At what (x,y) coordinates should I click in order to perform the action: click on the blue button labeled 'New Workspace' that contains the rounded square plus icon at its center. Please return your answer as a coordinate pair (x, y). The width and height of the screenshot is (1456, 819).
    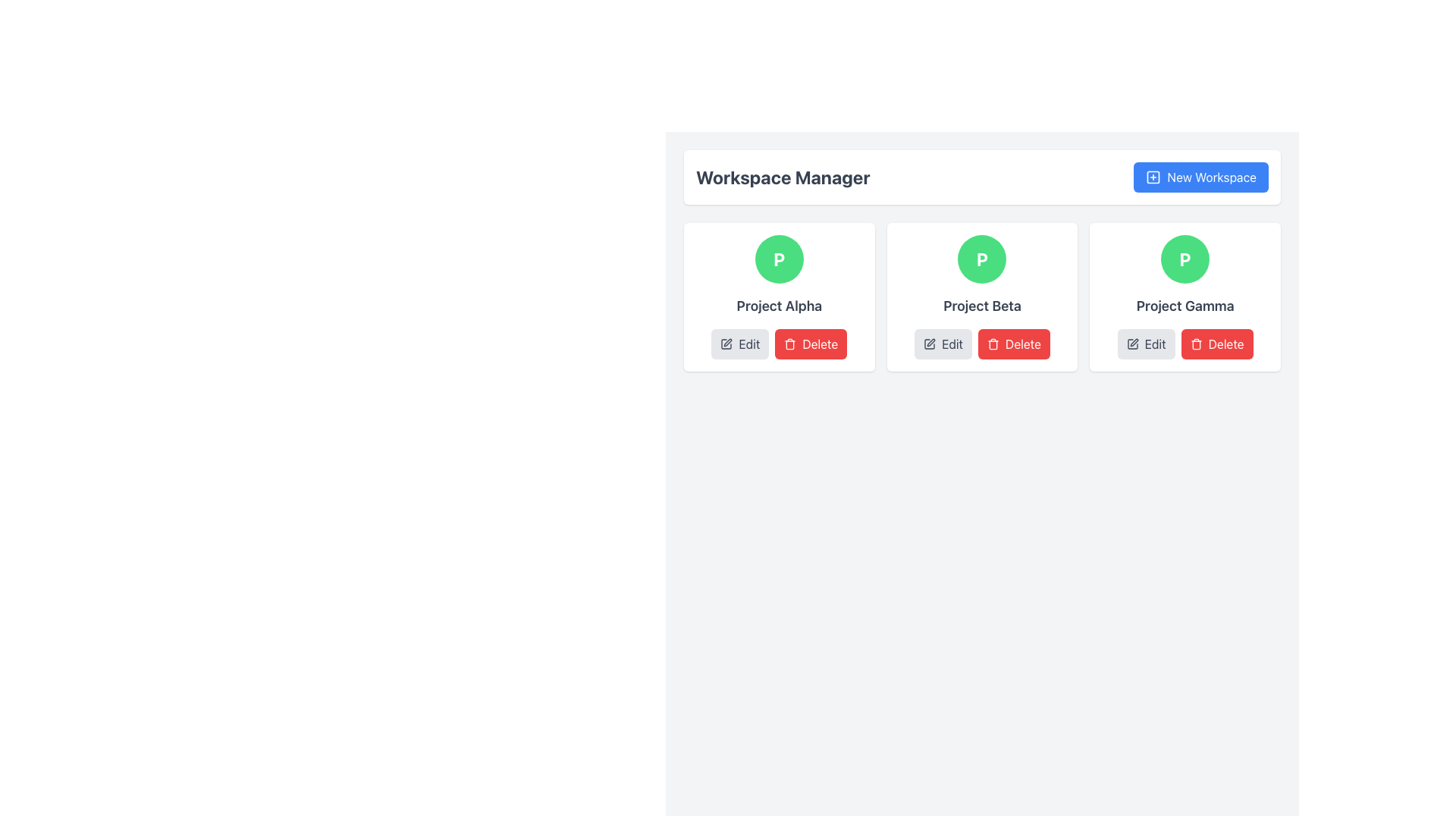
    Looking at the image, I should click on (1153, 177).